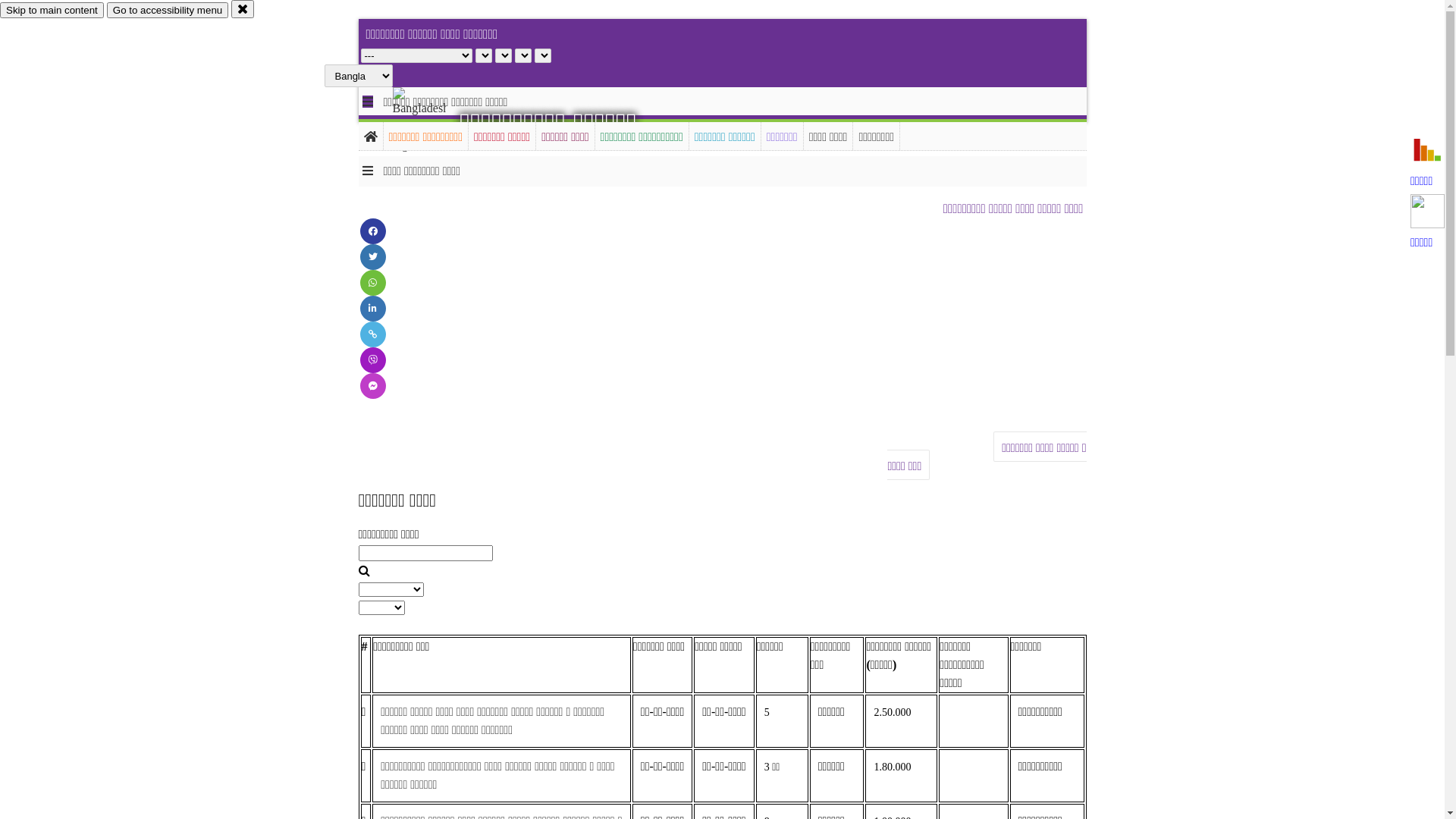  What do you see at coordinates (243, 8) in the screenshot?
I see `'close'` at bounding box center [243, 8].